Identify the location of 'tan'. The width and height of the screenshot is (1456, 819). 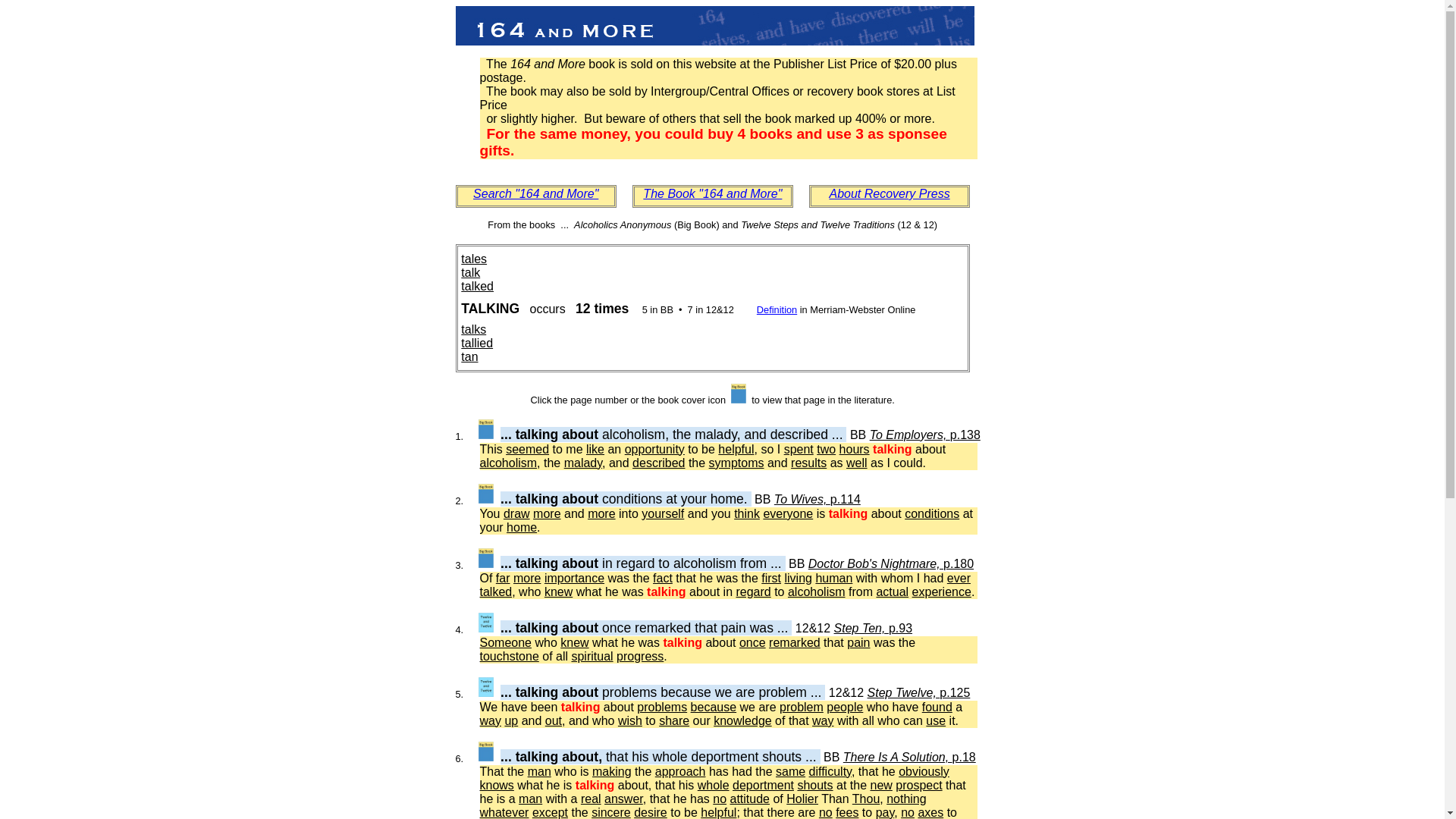
(469, 356).